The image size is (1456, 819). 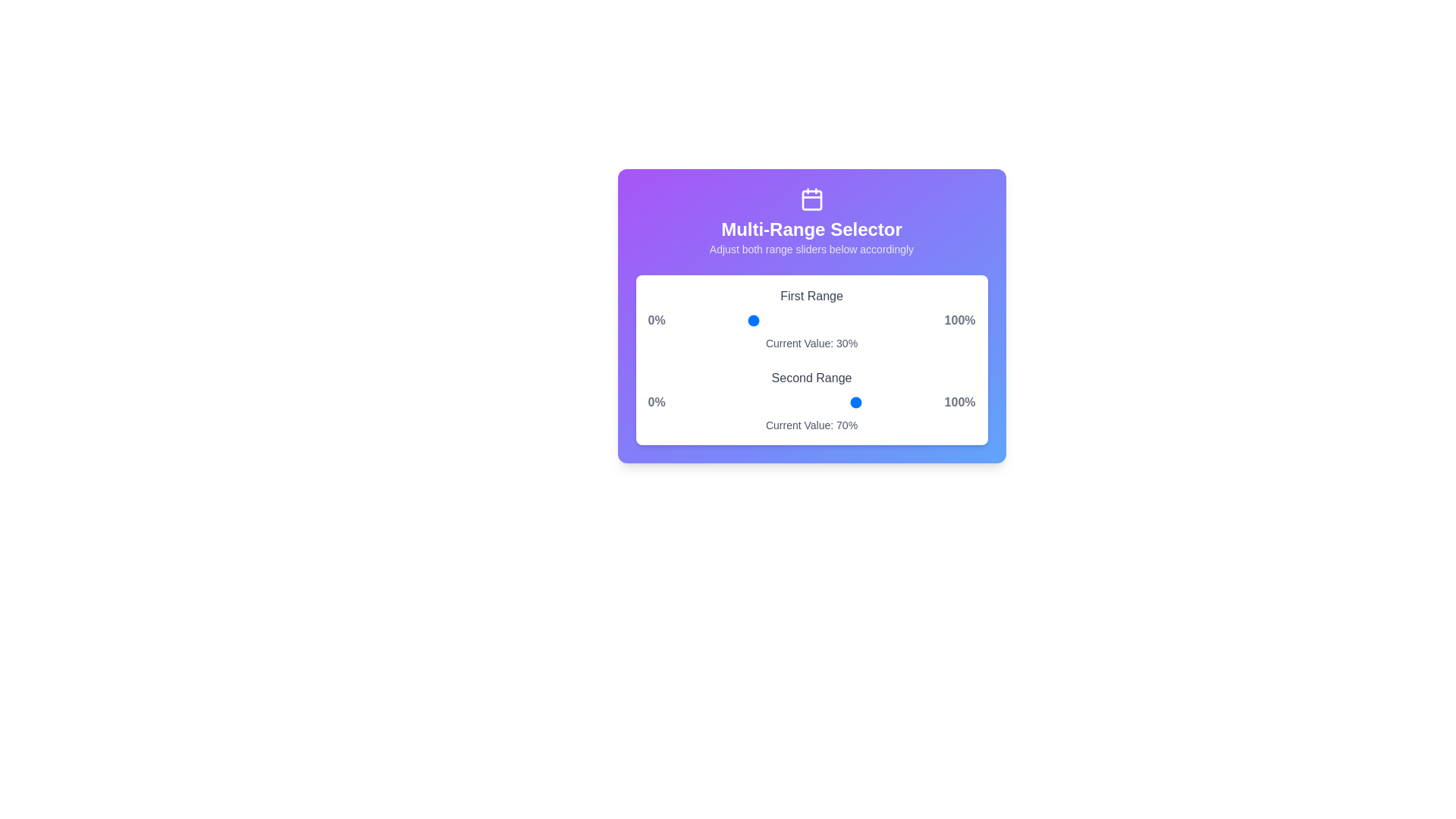 I want to click on the second slider range, so click(x=736, y=402).